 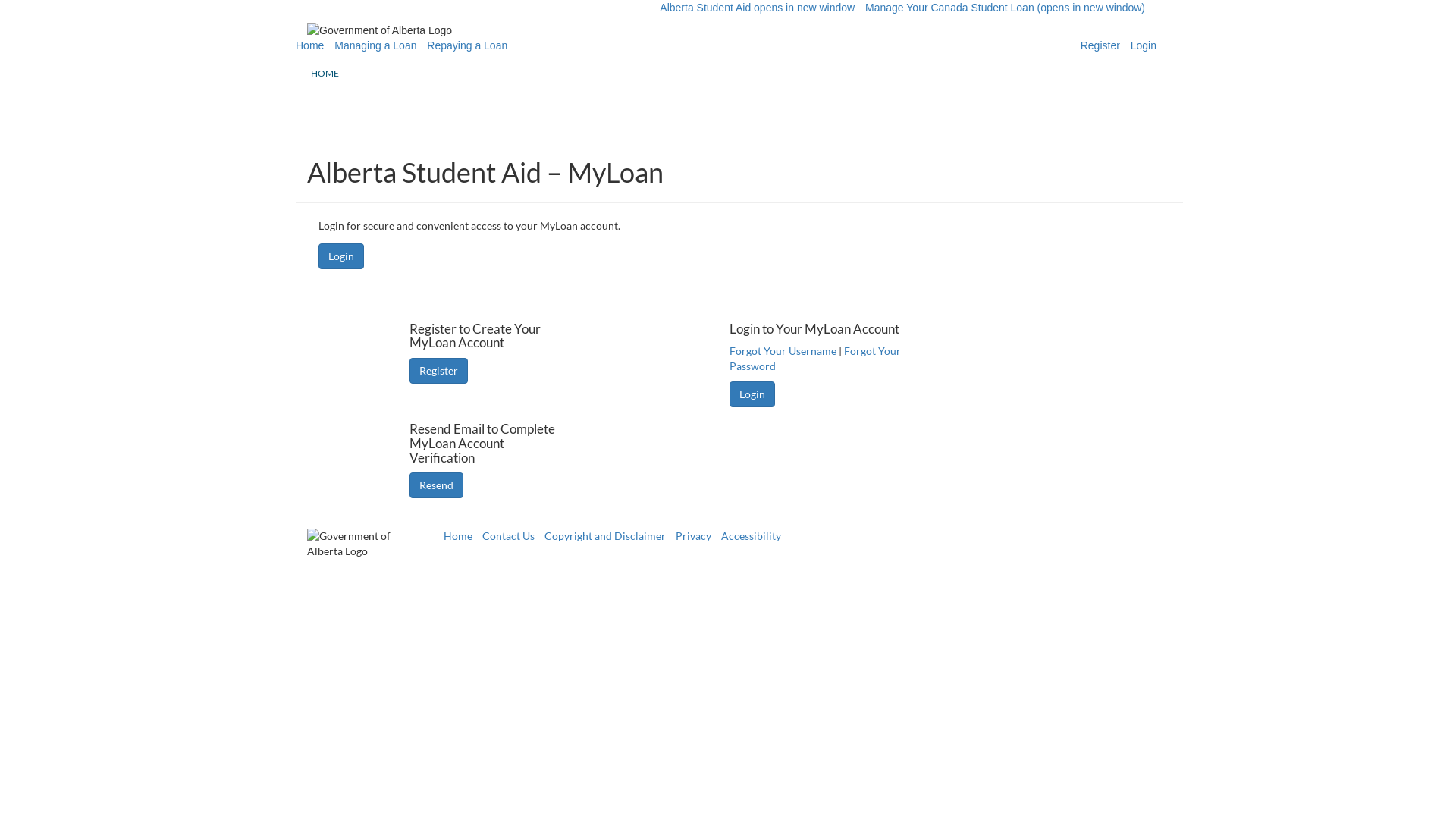 I want to click on 'Home', so click(x=309, y=45).